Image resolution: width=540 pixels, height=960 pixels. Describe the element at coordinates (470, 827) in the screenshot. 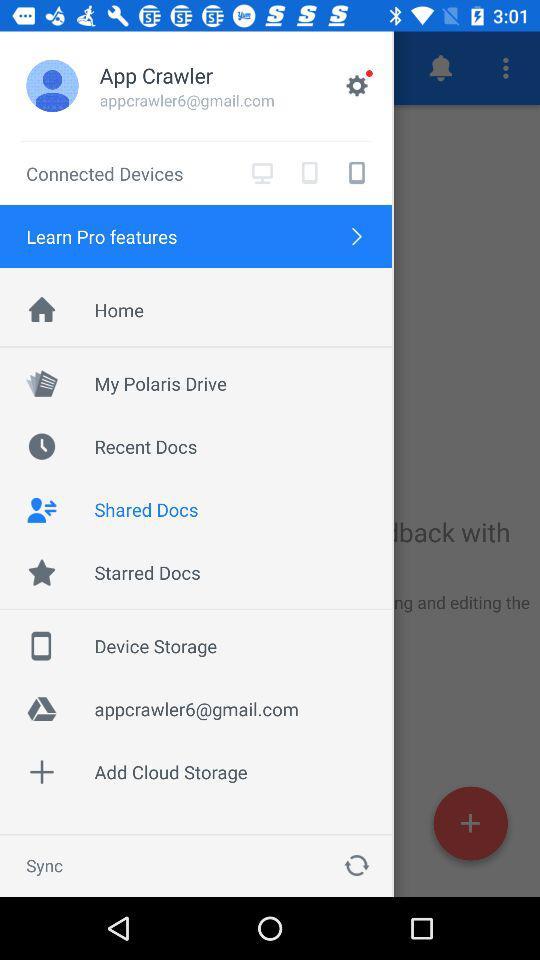

I see `the add icon` at that location.